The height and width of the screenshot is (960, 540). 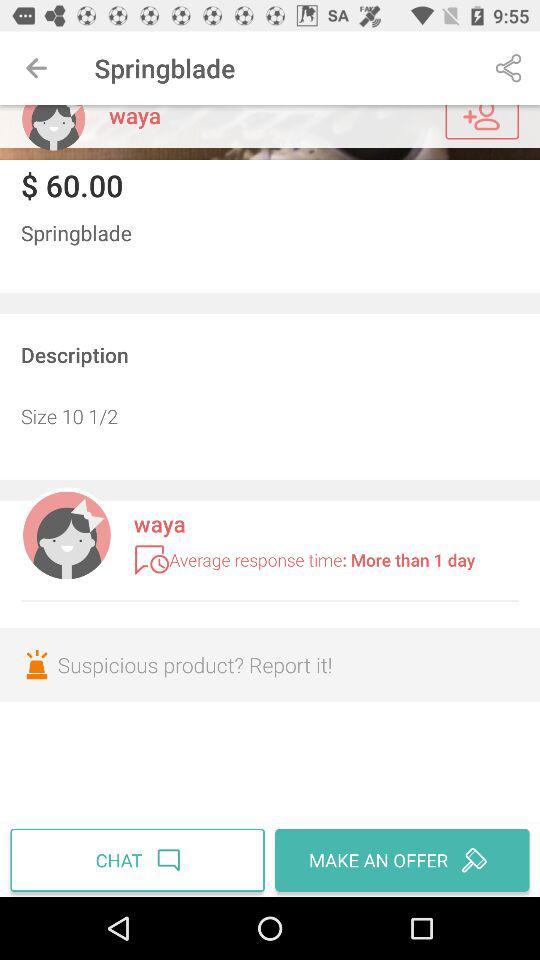 What do you see at coordinates (399, 859) in the screenshot?
I see `the make an offer item` at bounding box center [399, 859].